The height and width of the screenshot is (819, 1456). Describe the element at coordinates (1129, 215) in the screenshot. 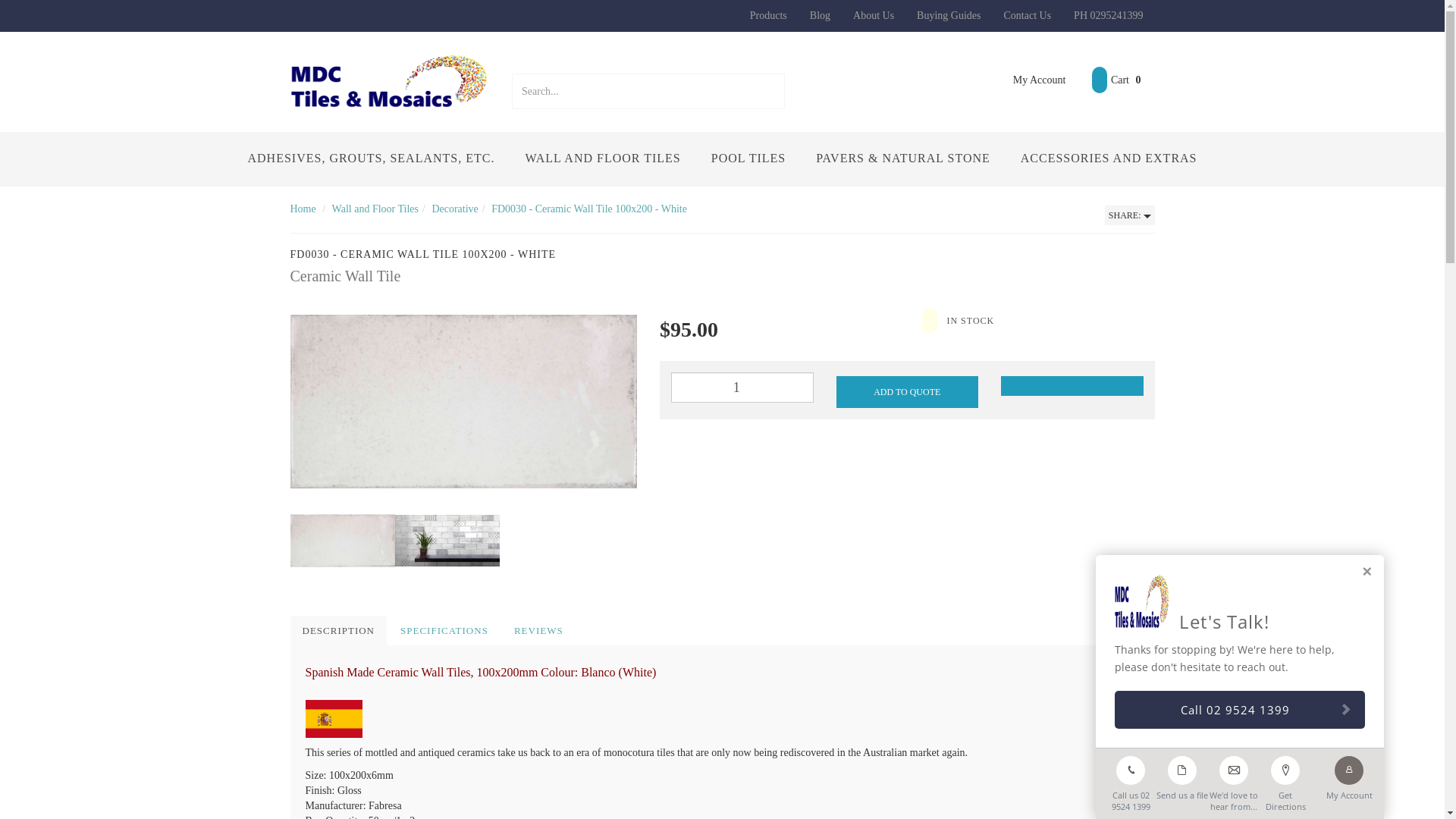

I see `'SHARE:'` at that location.